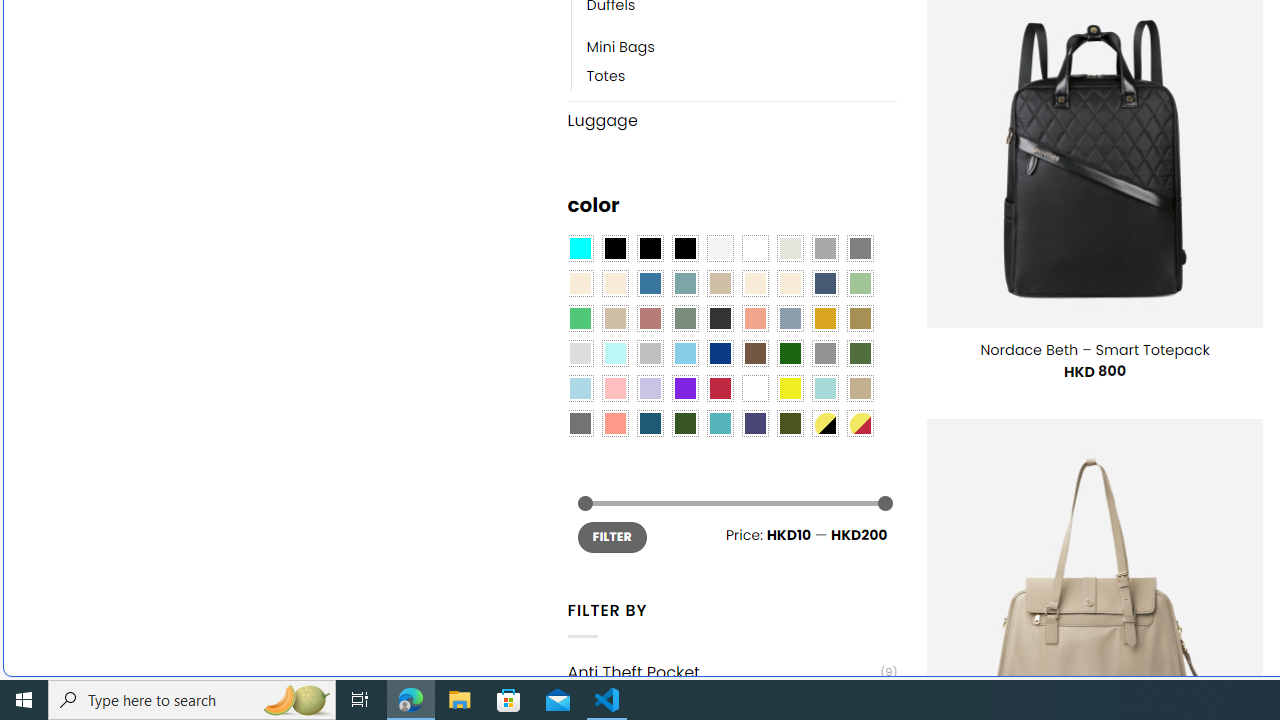 The height and width of the screenshot is (720, 1280). What do you see at coordinates (684, 423) in the screenshot?
I see `'Forest'` at bounding box center [684, 423].